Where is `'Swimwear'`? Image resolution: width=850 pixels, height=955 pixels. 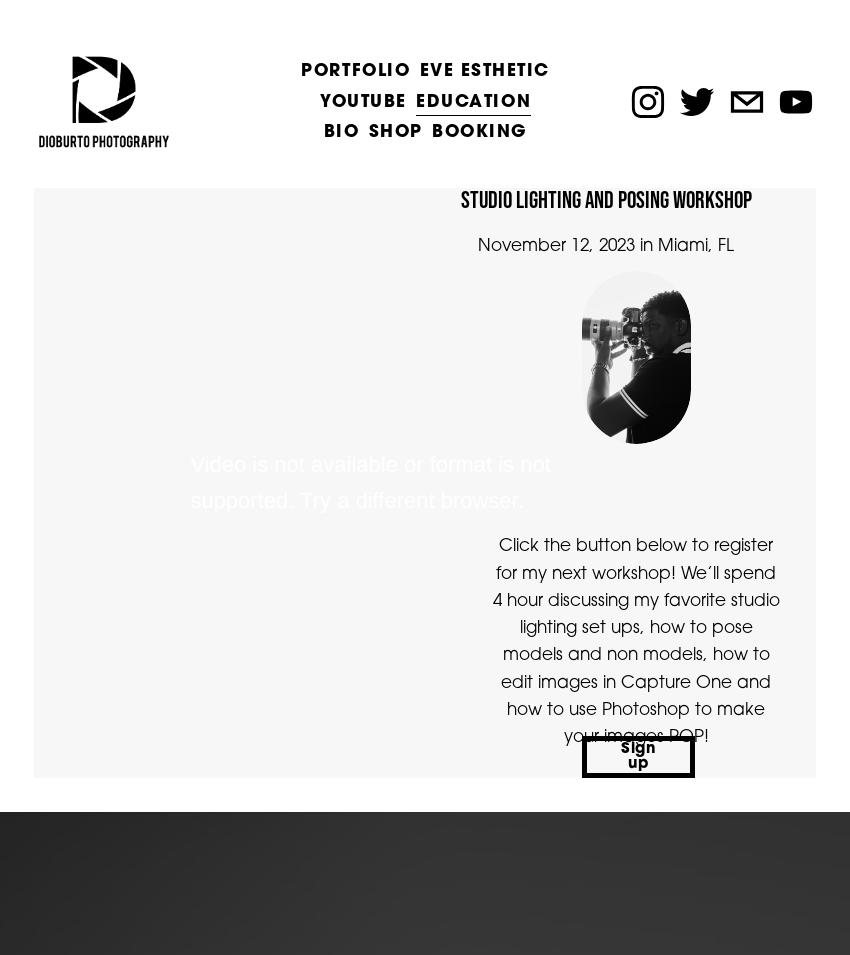 'Swimwear' is located at coordinates (300, 345).